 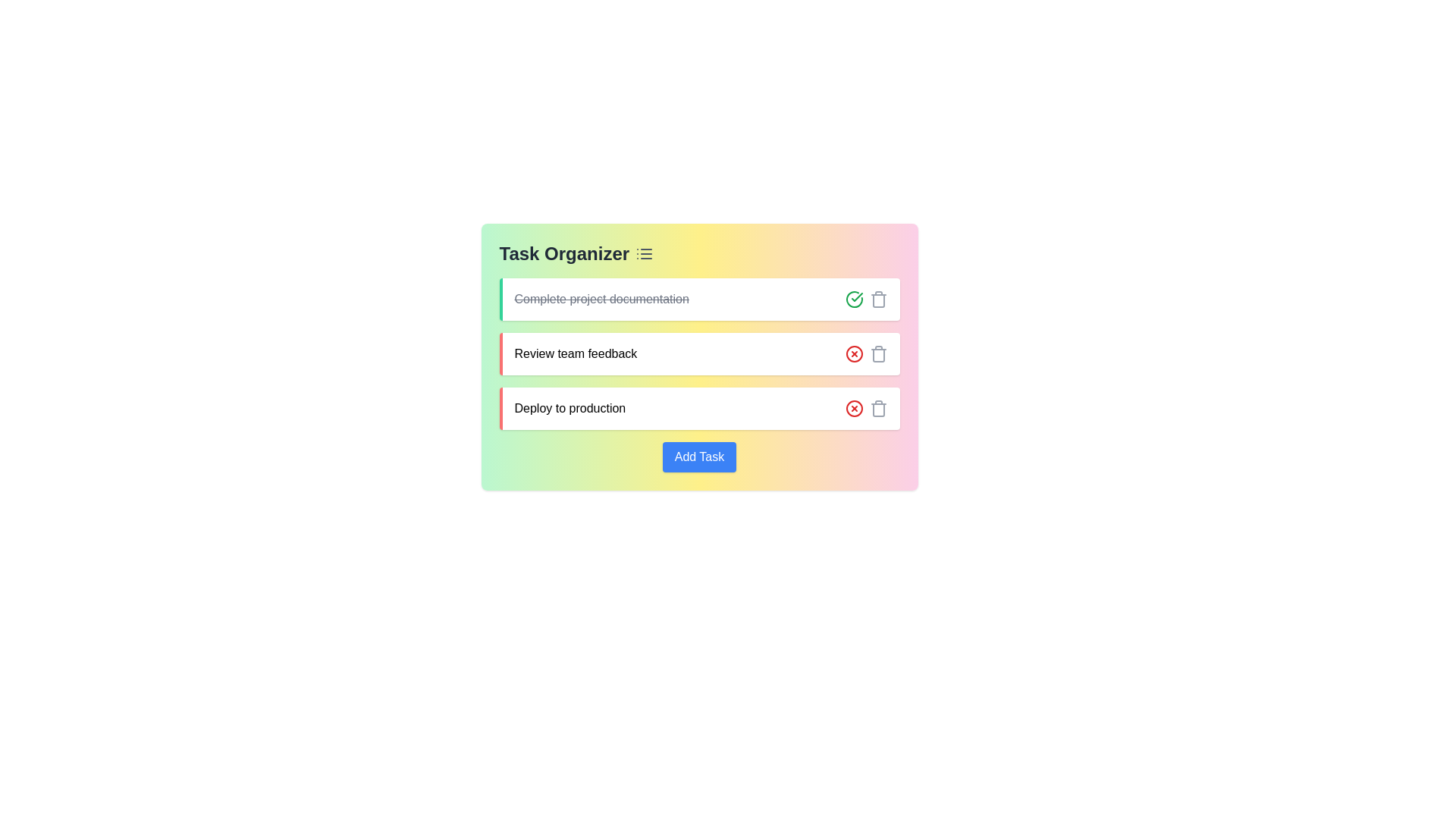 I want to click on the circular red icon with an 'X' symbol indicating deletion, located to the right of the task text 'Review team feedback' in the second task row, so click(x=854, y=408).